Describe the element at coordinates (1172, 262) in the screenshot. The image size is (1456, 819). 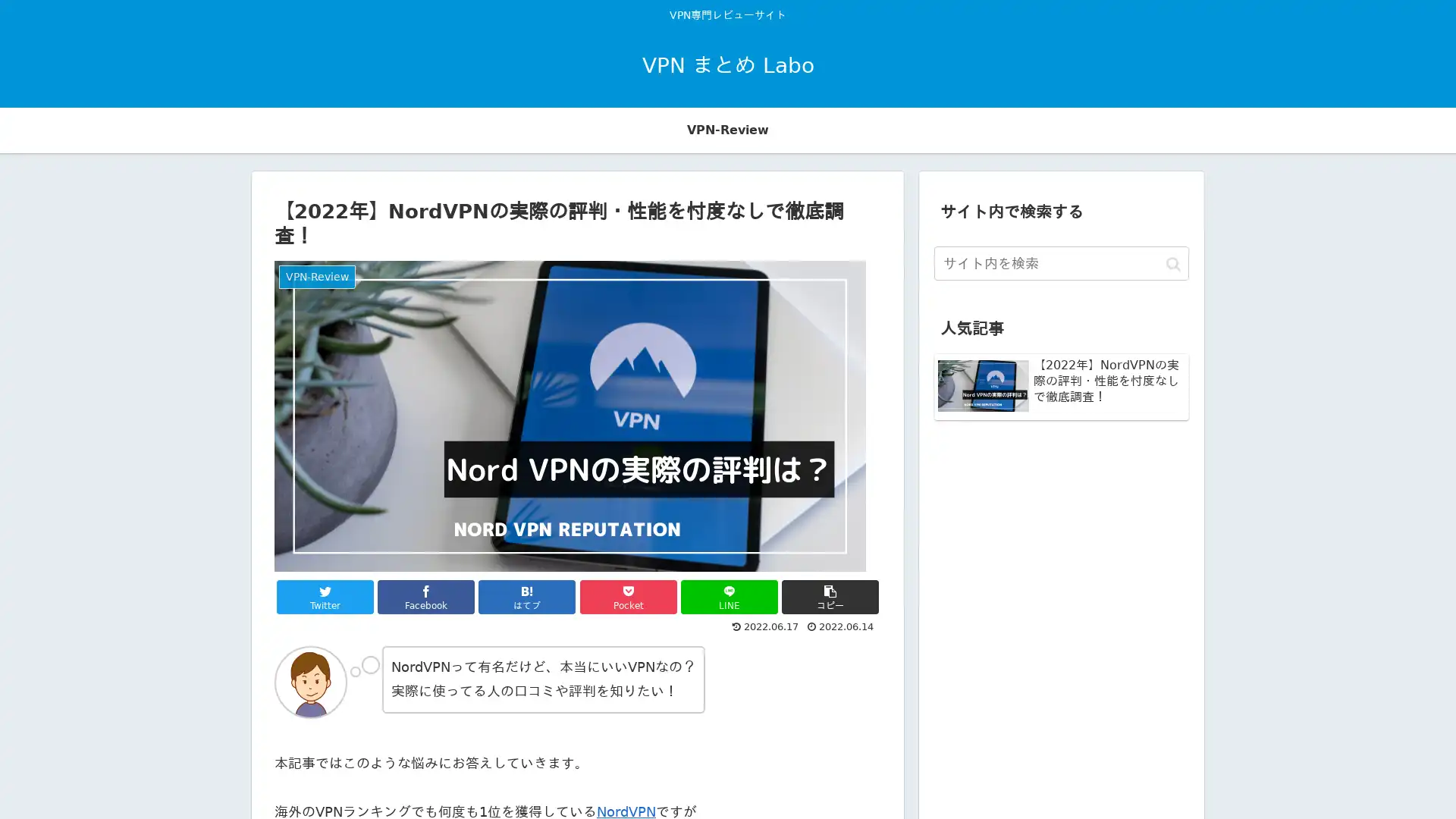
I see `button` at that location.